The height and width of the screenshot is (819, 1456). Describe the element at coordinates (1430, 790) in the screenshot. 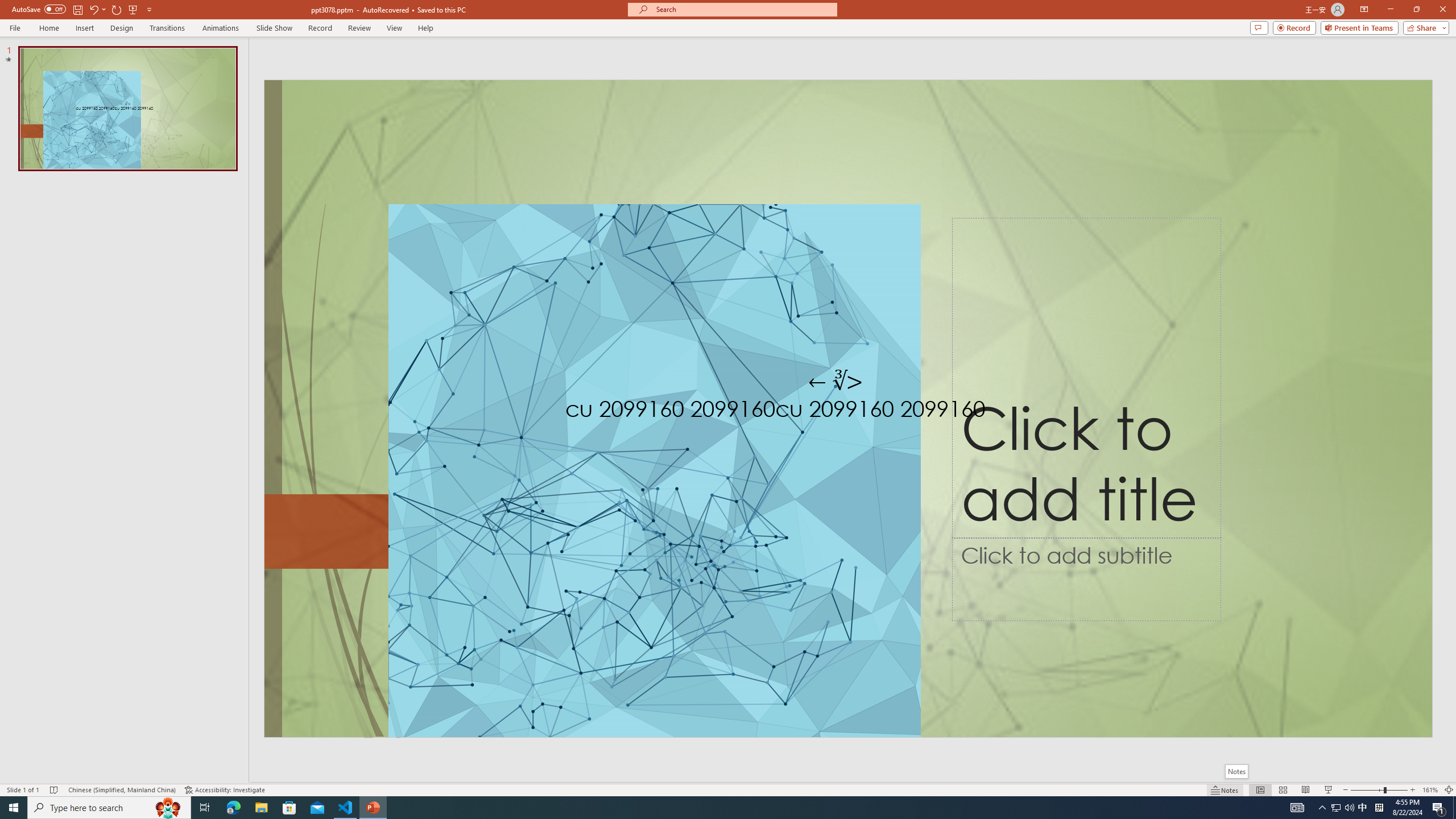

I see `'Zoom 161%'` at that location.